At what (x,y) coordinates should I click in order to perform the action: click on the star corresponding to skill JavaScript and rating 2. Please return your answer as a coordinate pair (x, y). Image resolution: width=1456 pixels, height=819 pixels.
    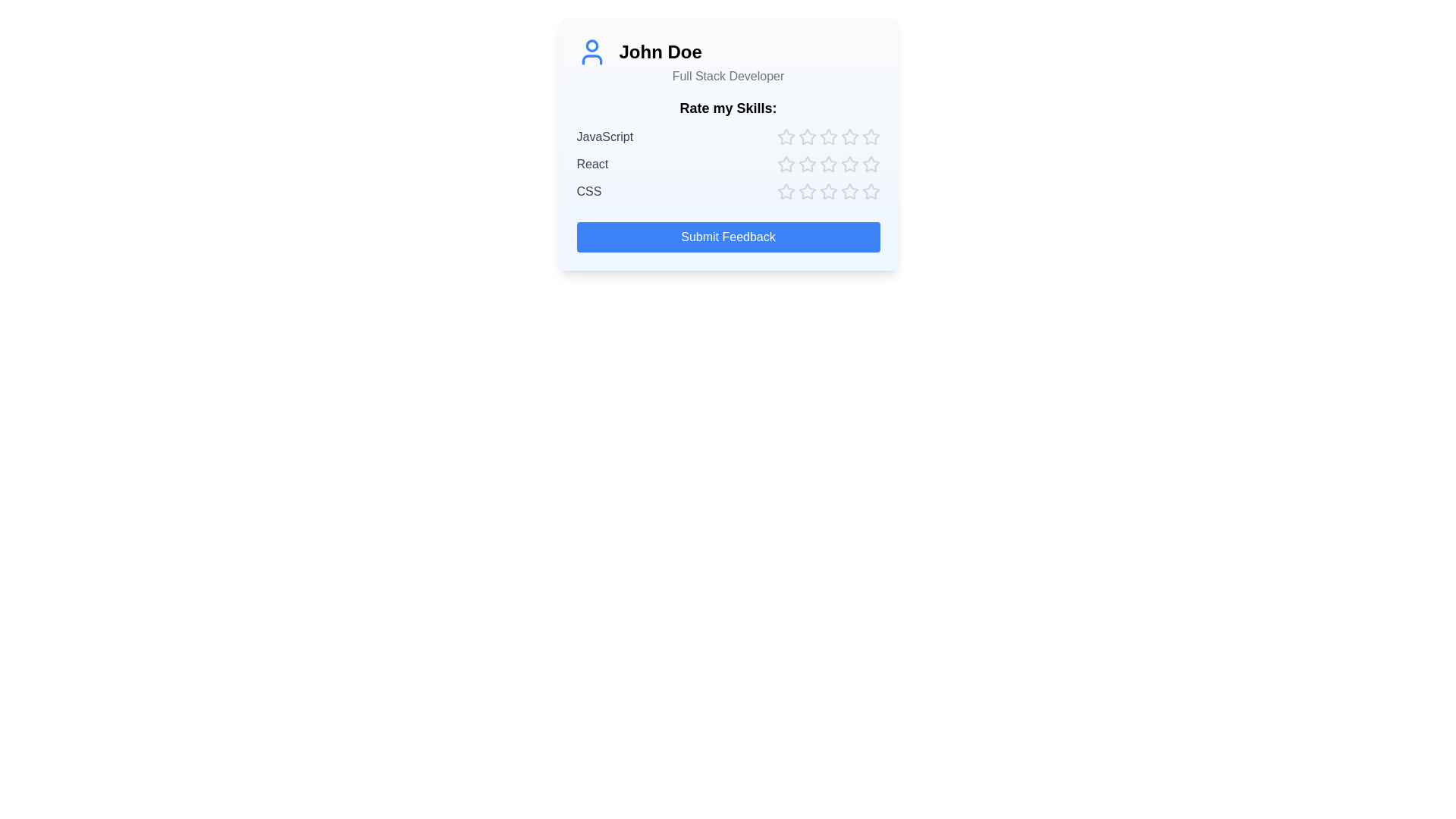
    Looking at the image, I should click on (806, 137).